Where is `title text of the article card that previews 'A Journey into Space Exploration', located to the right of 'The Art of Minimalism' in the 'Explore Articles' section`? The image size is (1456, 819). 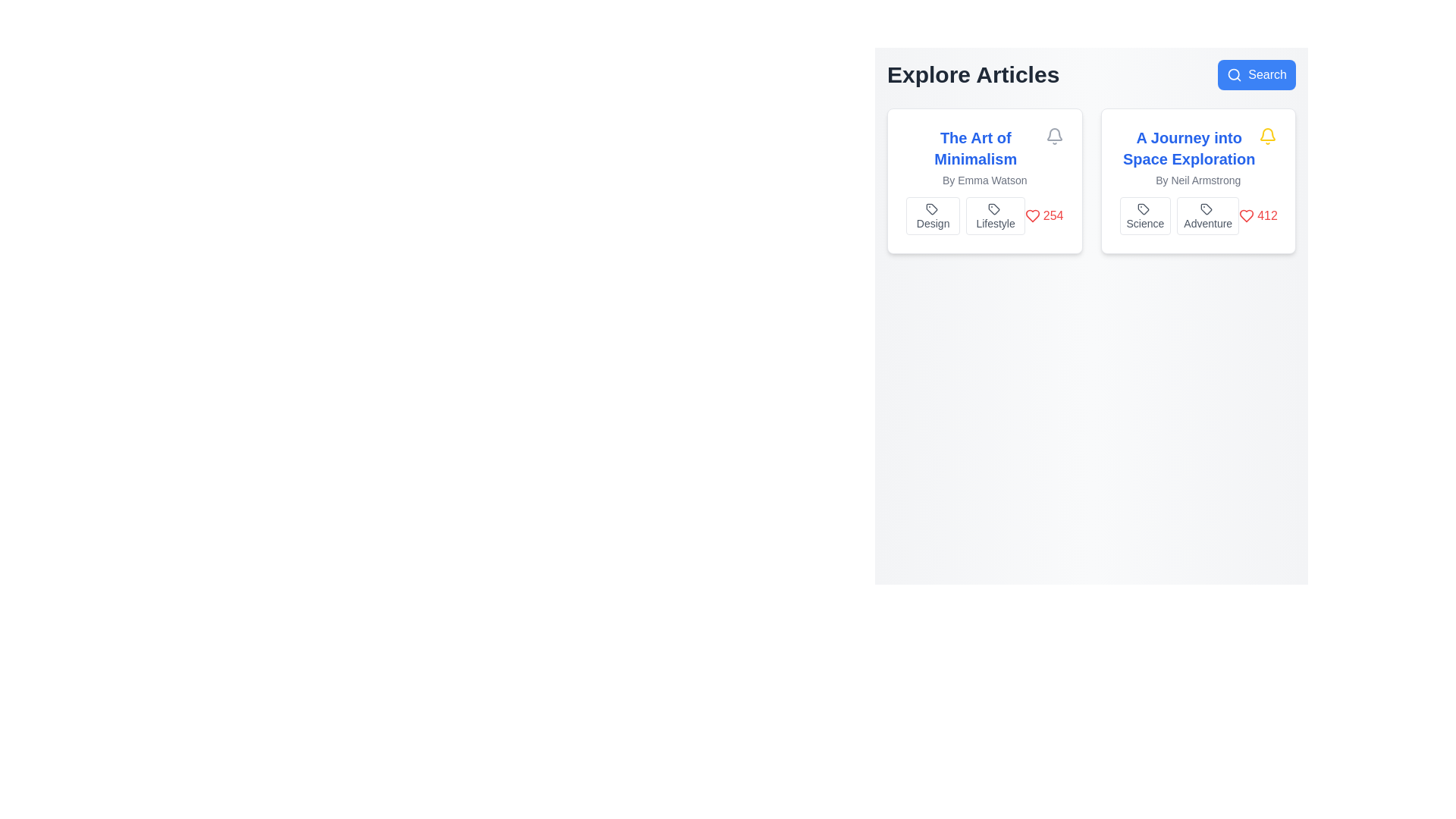 title text of the article card that previews 'A Journey into Space Exploration', located to the right of 'The Art of Minimalism' in the 'Explore Articles' section is located at coordinates (1188, 149).